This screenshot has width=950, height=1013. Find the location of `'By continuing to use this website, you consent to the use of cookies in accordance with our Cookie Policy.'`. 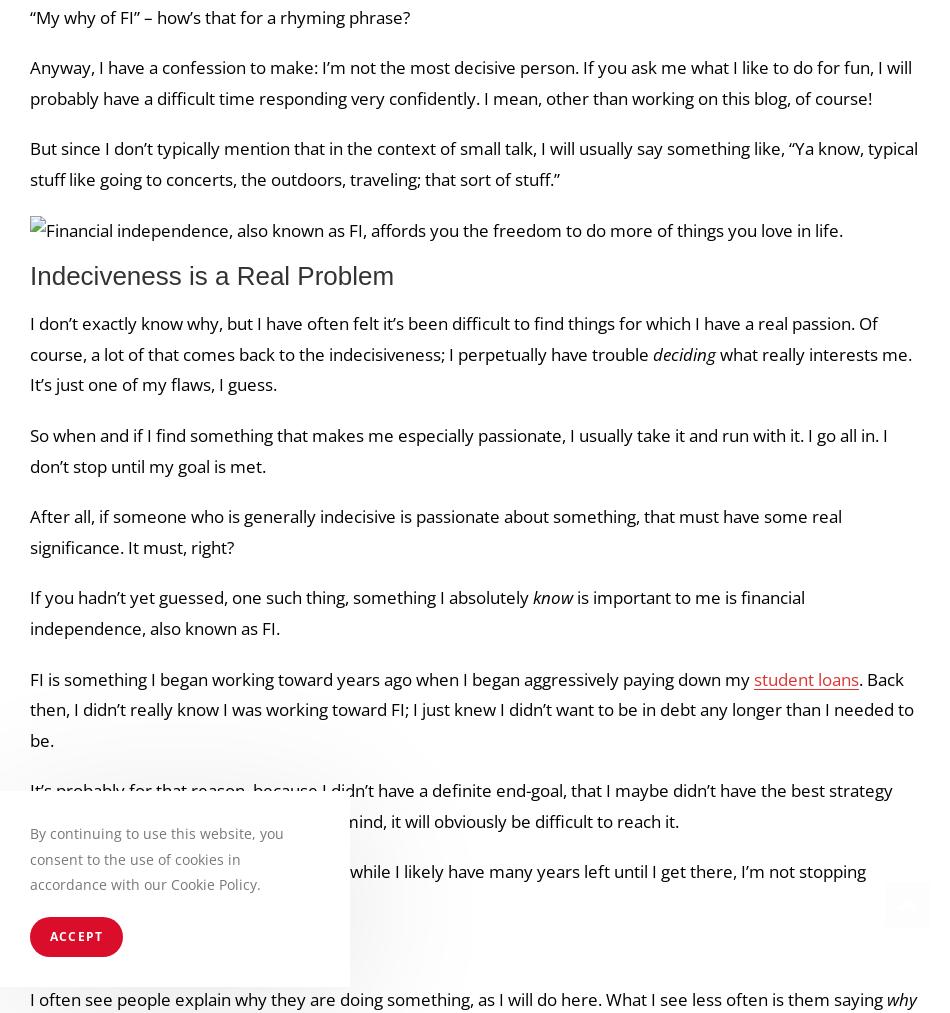

'By continuing to use this website, you consent to the use of cookies in accordance with our Cookie Policy.' is located at coordinates (157, 857).